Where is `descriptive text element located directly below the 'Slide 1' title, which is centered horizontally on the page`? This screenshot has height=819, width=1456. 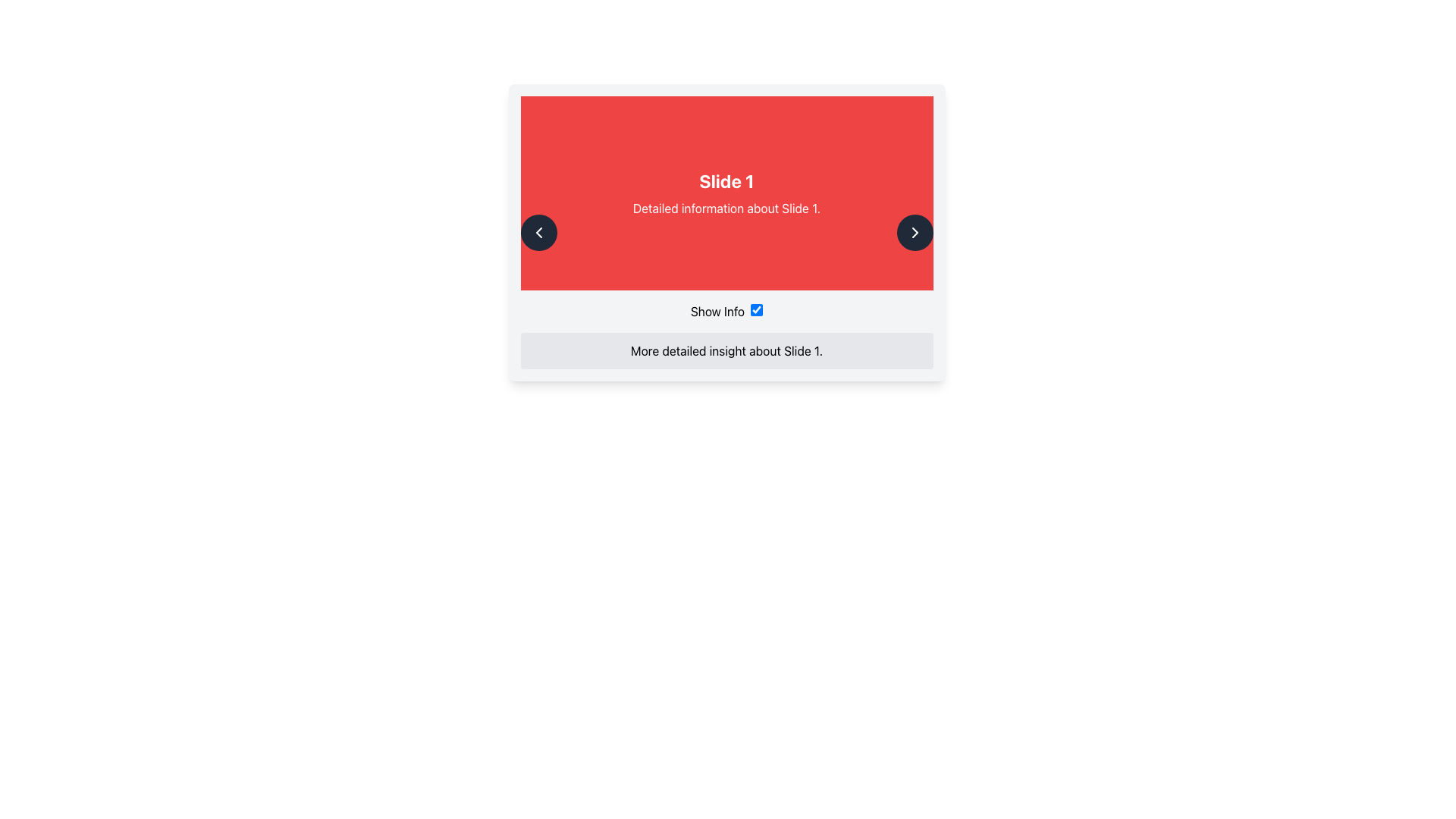
descriptive text element located directly below the 'Slide 1' title, which is centered horizontally on the page is located at coordinates (726, 208).